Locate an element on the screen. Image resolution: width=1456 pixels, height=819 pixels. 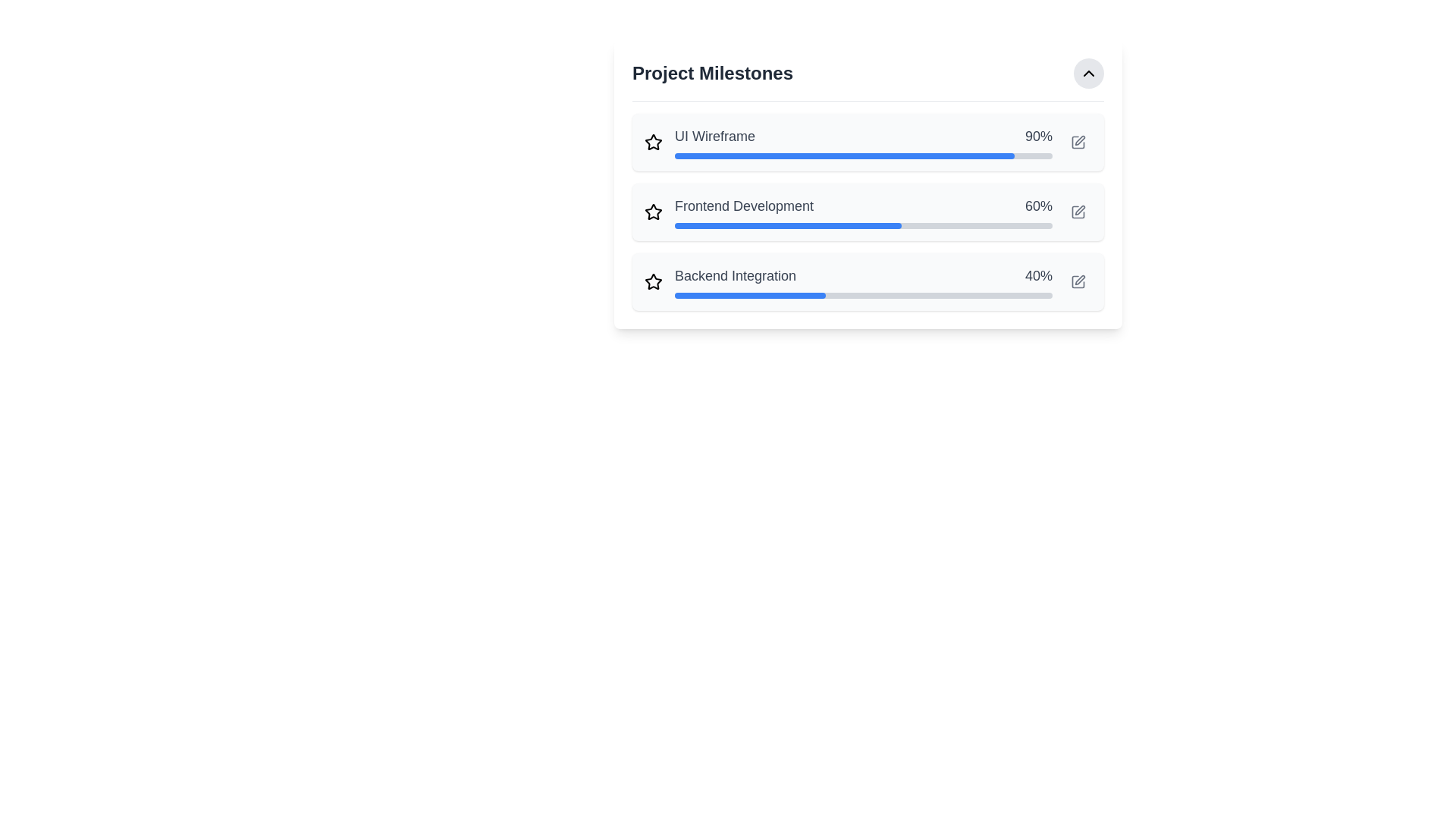
the Text Label that indicates project milestones in the header section of the panel to potentially see additional styling is located at coordinates (712, 73).